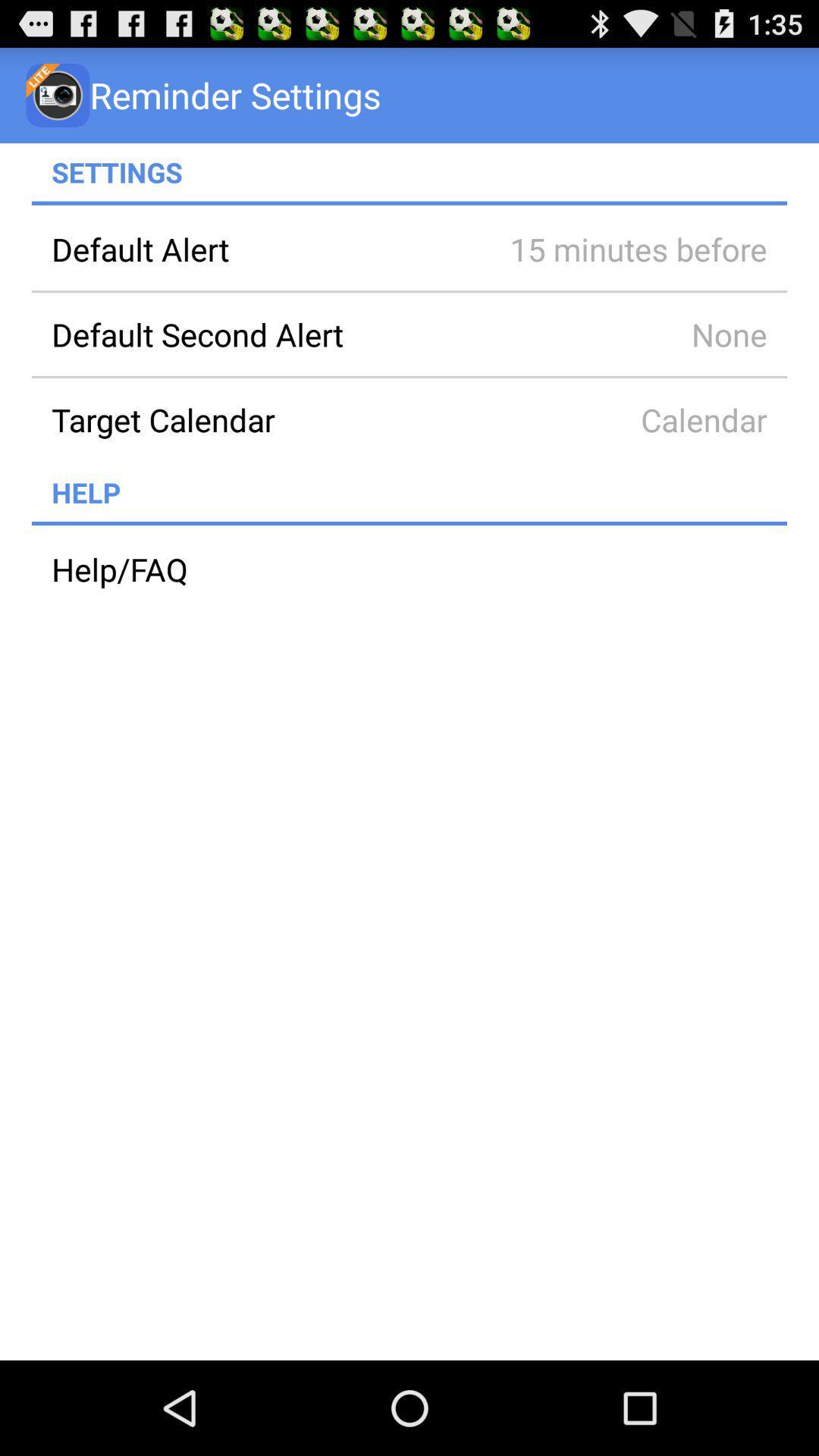  What do you see at coordinates (409, 202) in the screenshot?
I see `icon below the settings` at bounding box center [409, 202].